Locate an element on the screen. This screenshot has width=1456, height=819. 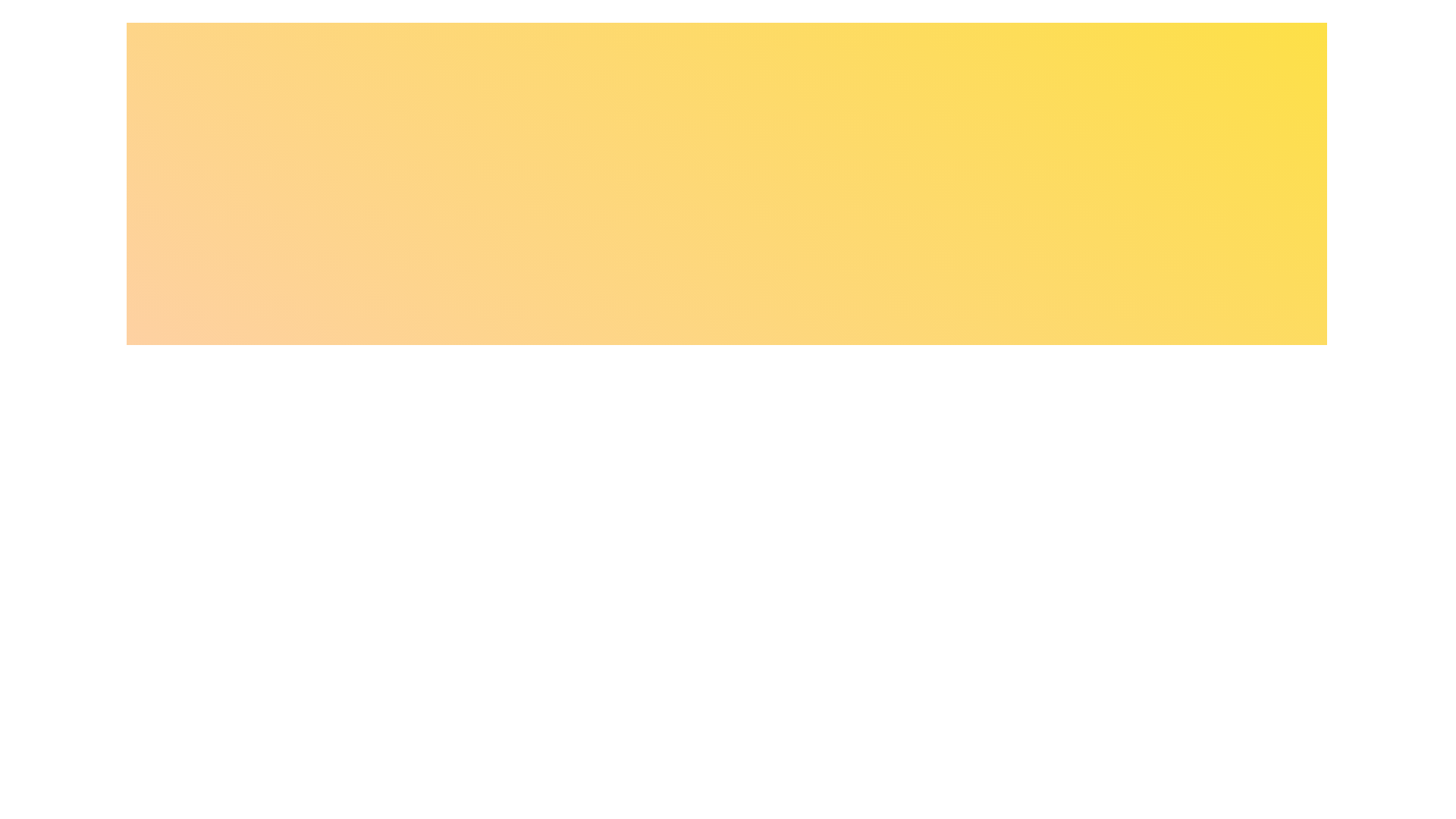
the 'Toggle Menu' button to toggle the visibility of the menu is located at coordinates (726, 368).